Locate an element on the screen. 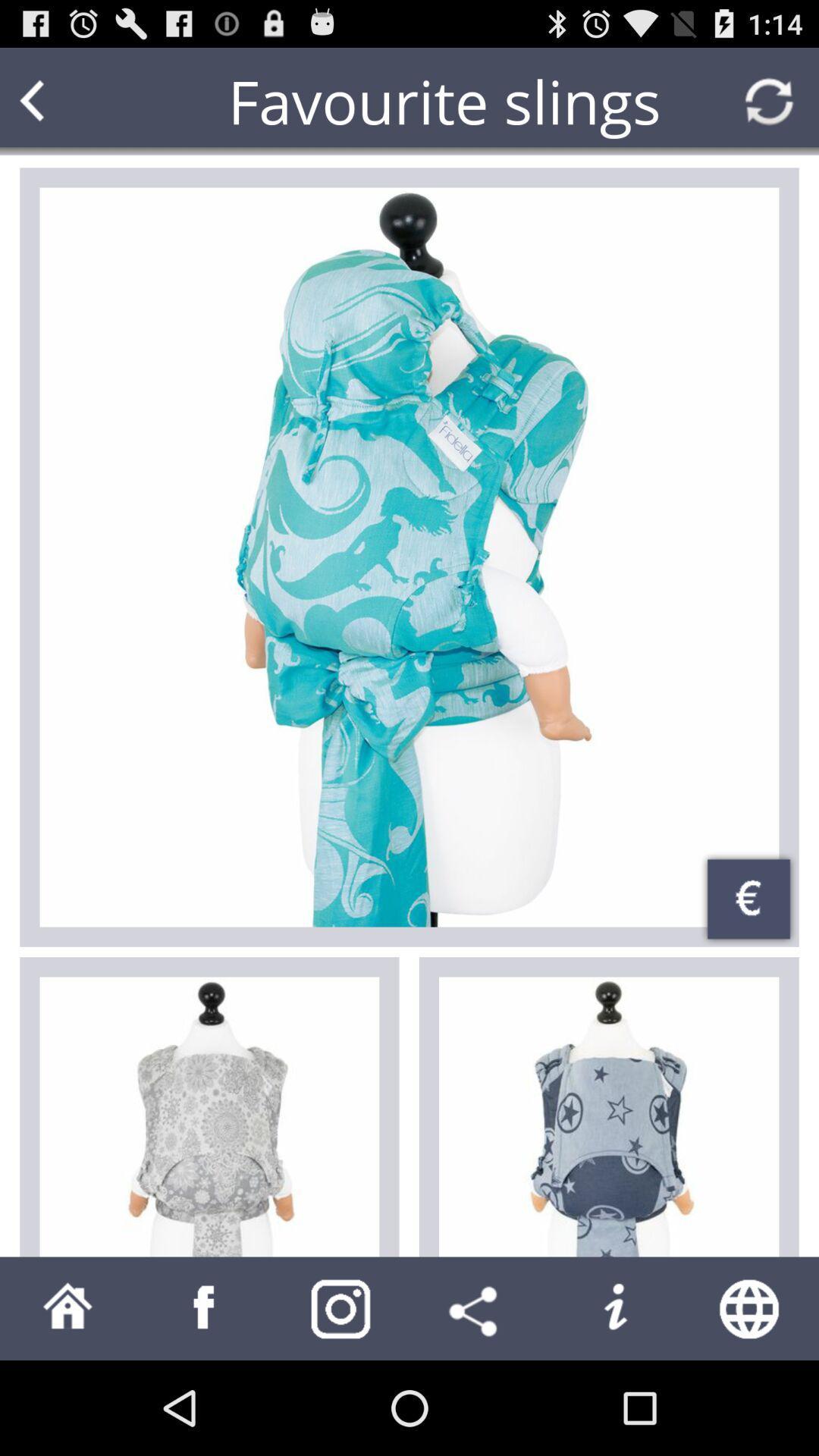  press for more details is located at coordinates (409, 556).